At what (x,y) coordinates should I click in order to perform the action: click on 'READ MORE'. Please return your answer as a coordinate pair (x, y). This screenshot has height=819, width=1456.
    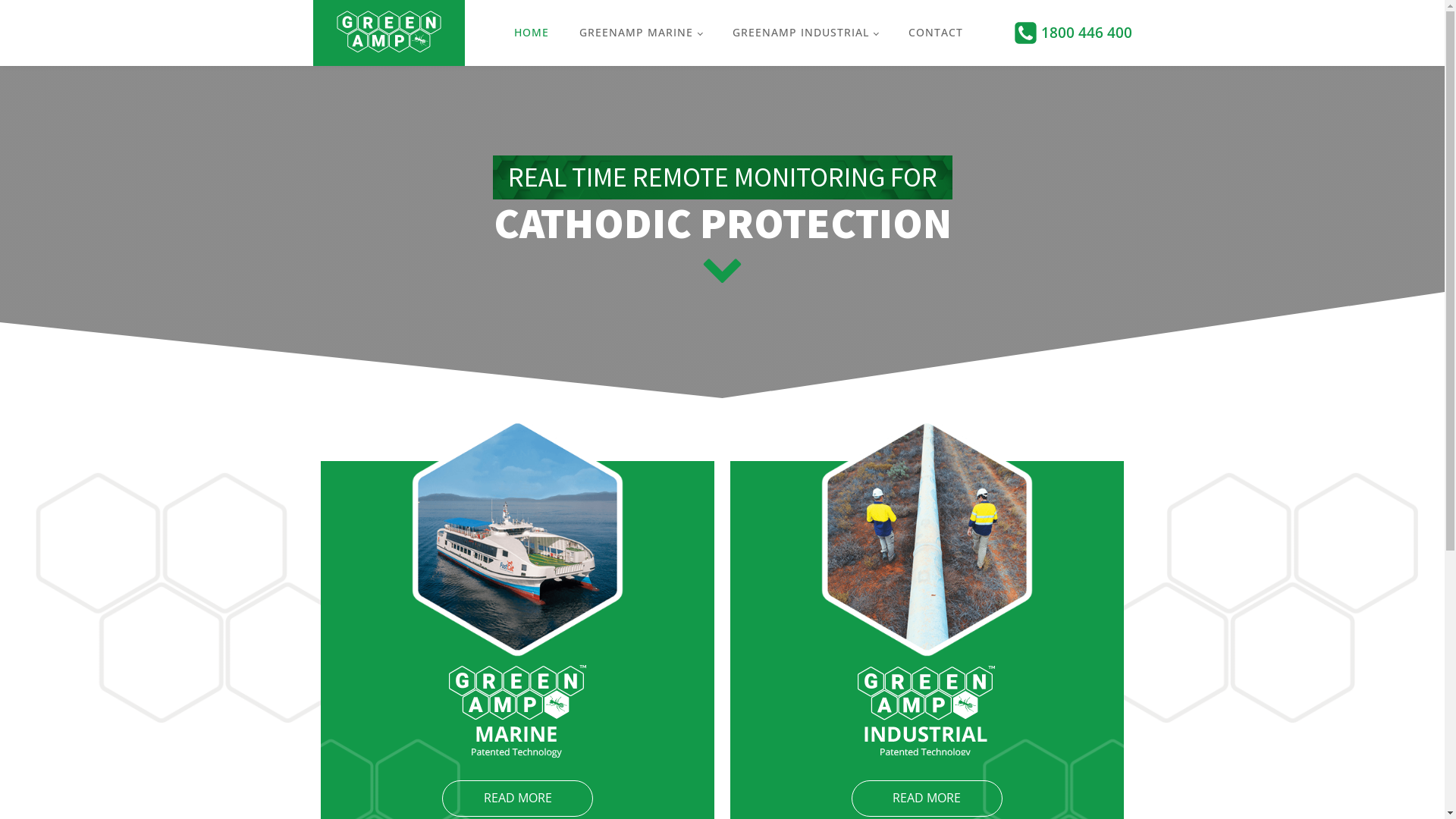
    Looking at the image, I should click on (441, 798).